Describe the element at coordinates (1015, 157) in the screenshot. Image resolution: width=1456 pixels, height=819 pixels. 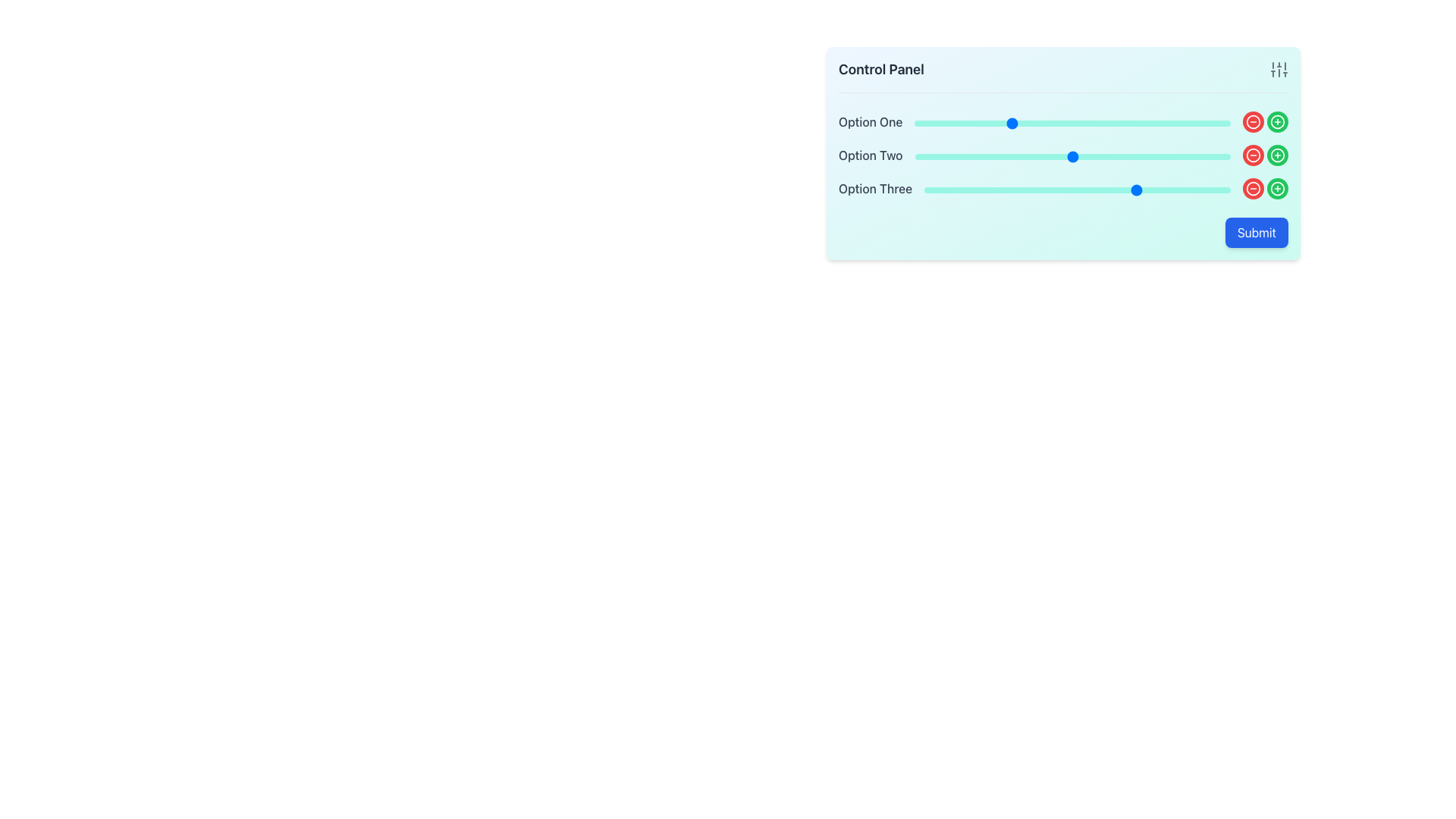
I see `the slider` at that location.